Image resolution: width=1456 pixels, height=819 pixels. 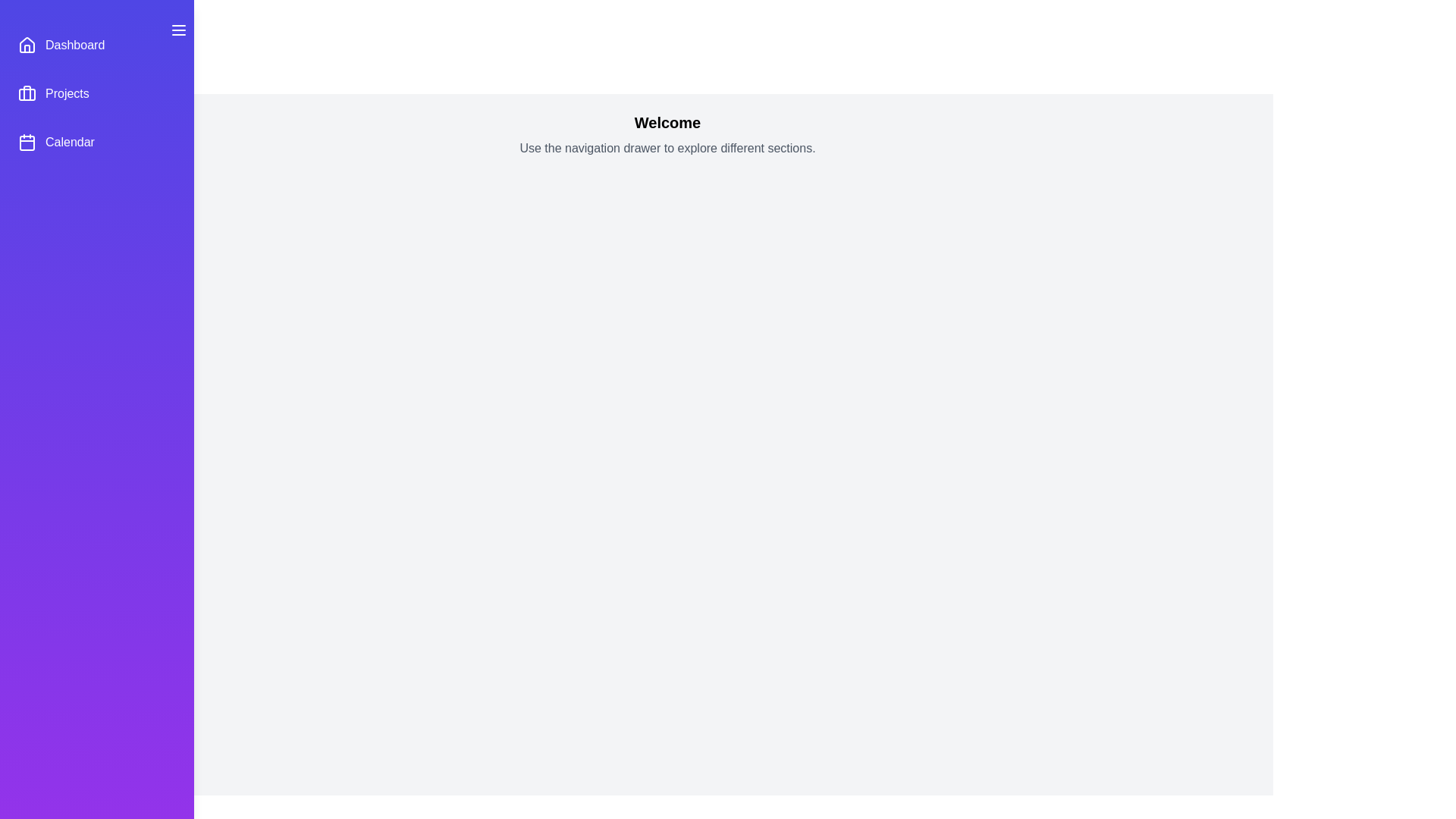 What do you see at coordinates (96, 45) in the screenshot?
I see `the menu item Dashboard from the drawer menu` at bounding box center [96, 45].